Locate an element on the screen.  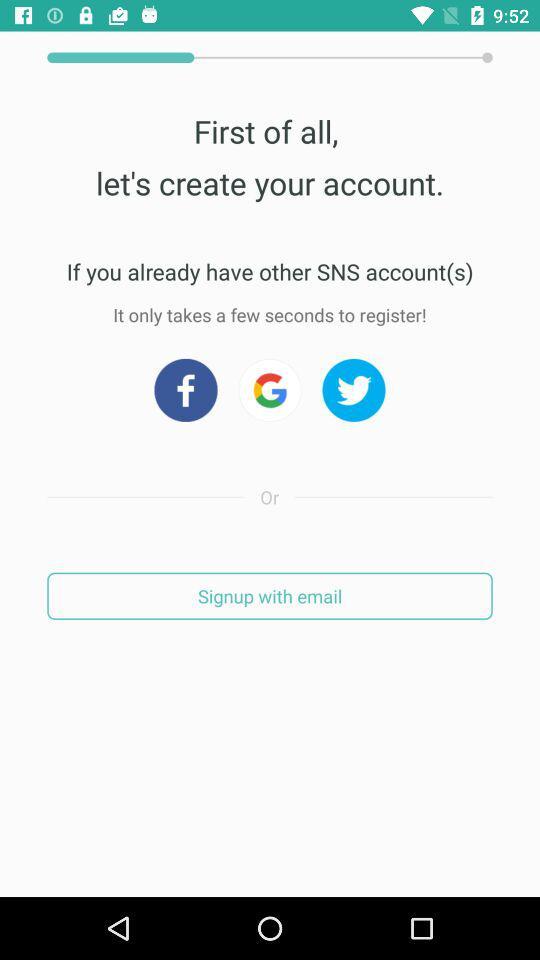
share to twitter is located at coordinates (353, 389).